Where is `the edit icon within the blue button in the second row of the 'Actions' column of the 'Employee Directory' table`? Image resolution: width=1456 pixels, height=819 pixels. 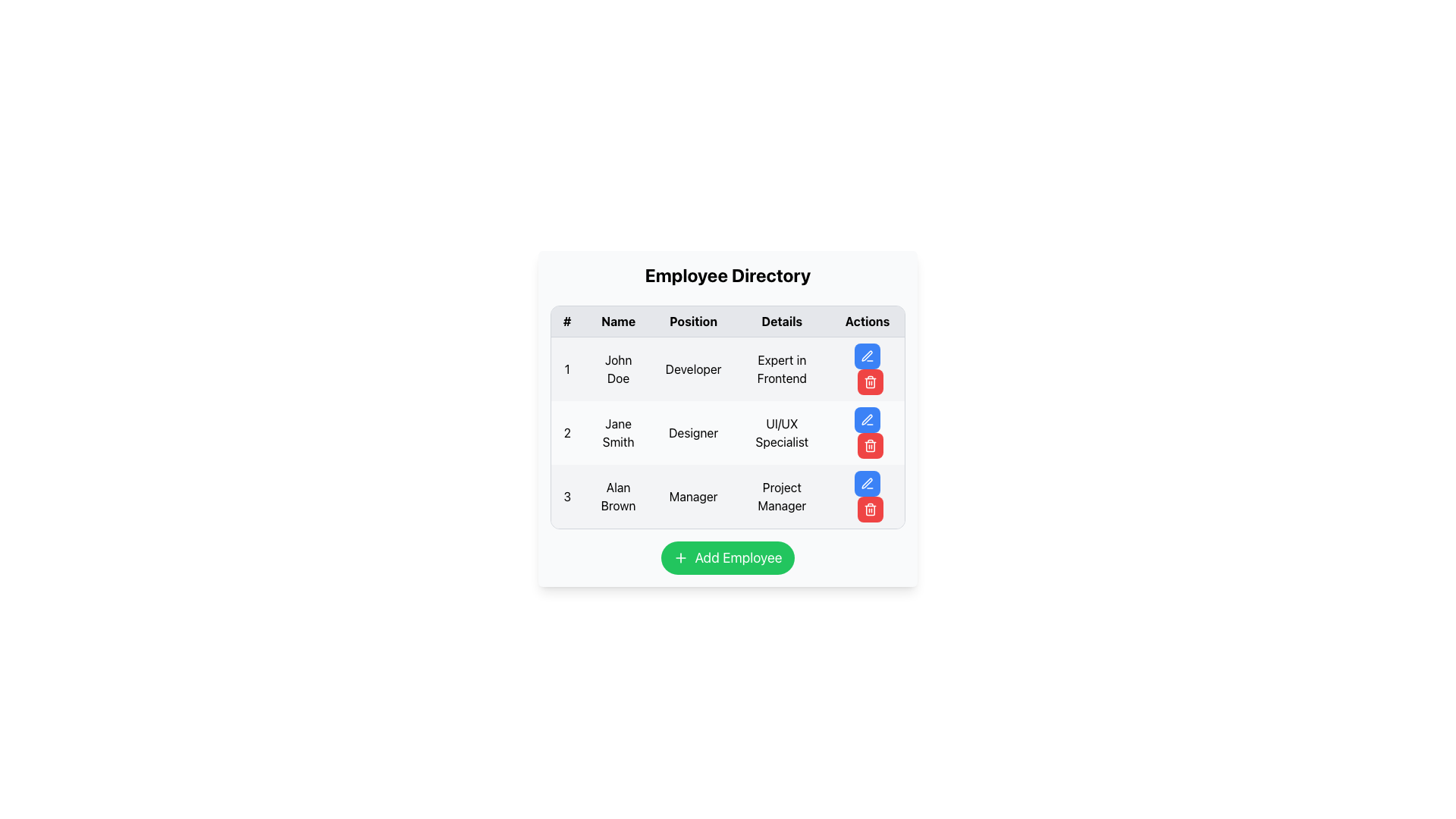 the edit icon within the blue button in the second row of the 'Actions' column of the 'Employee Directory' table is located at coordinates (868, 356).